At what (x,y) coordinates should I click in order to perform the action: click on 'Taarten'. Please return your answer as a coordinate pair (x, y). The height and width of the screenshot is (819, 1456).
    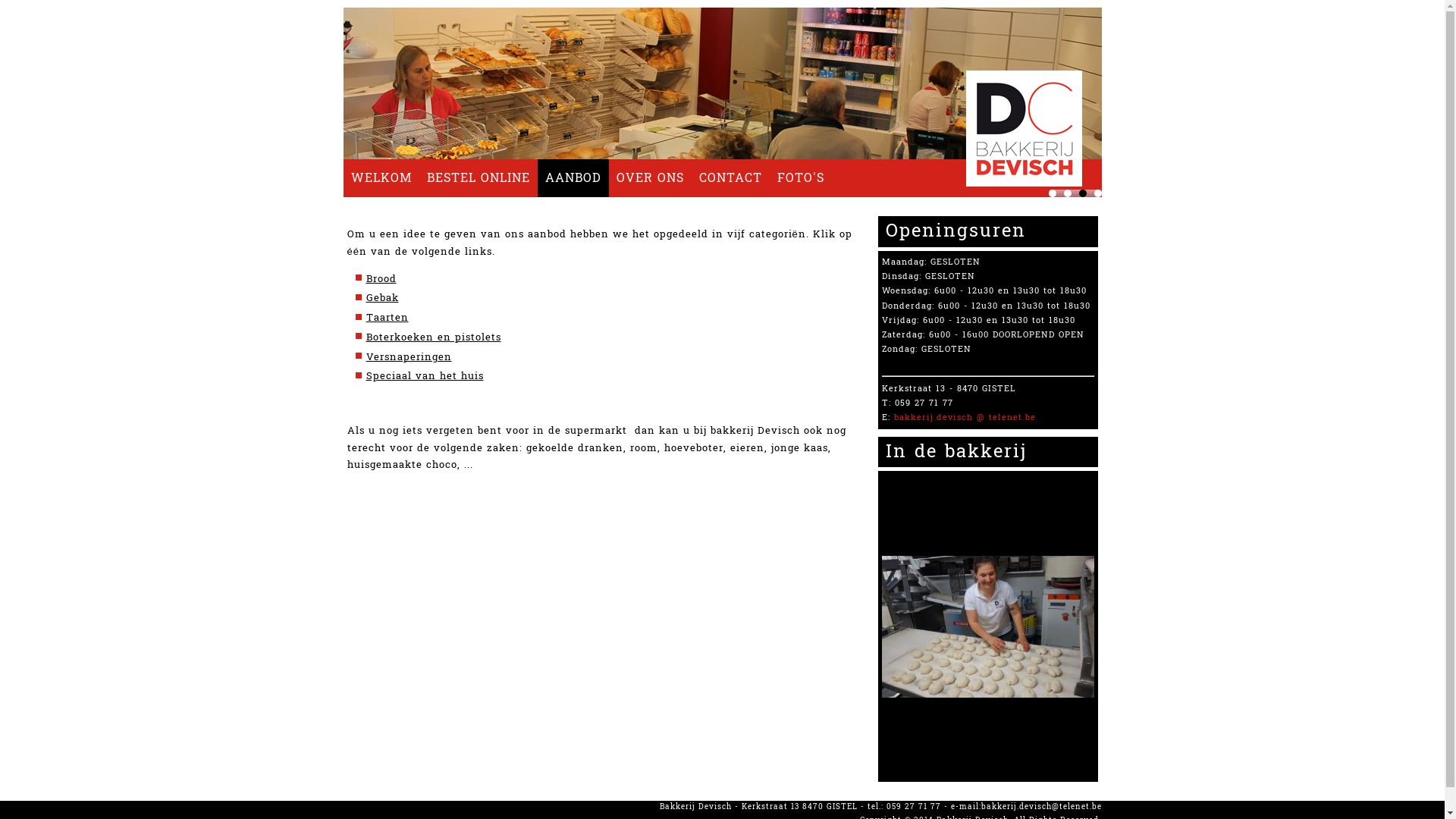
    Looking at the image, I should click on (386, 317).